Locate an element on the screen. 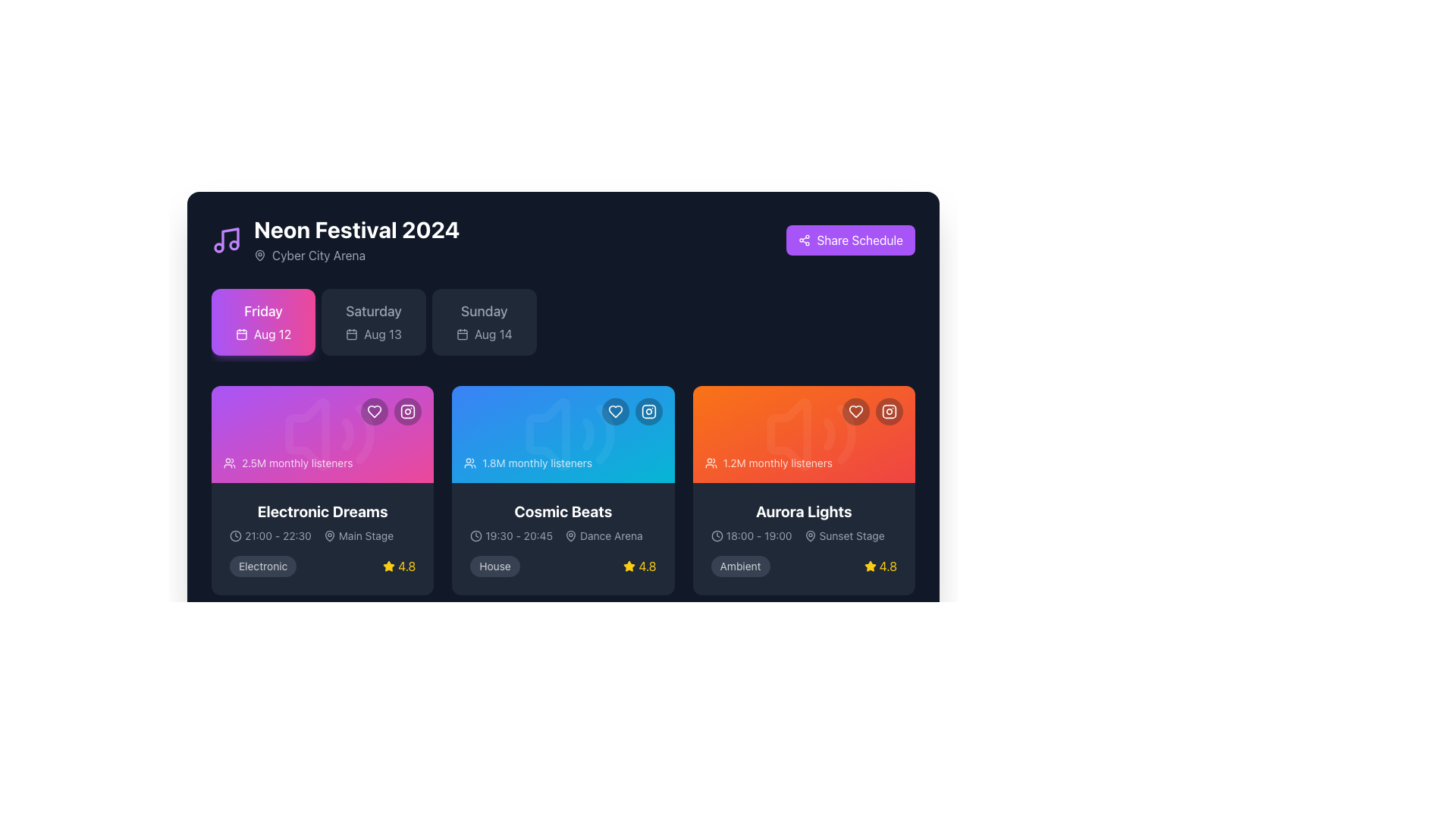 The height and width of the screenshot is (819, 1456). the circular button with a heart icon located in the top-right corner of the 'Electronic Dreams' card is located at coordinates (375, 412).